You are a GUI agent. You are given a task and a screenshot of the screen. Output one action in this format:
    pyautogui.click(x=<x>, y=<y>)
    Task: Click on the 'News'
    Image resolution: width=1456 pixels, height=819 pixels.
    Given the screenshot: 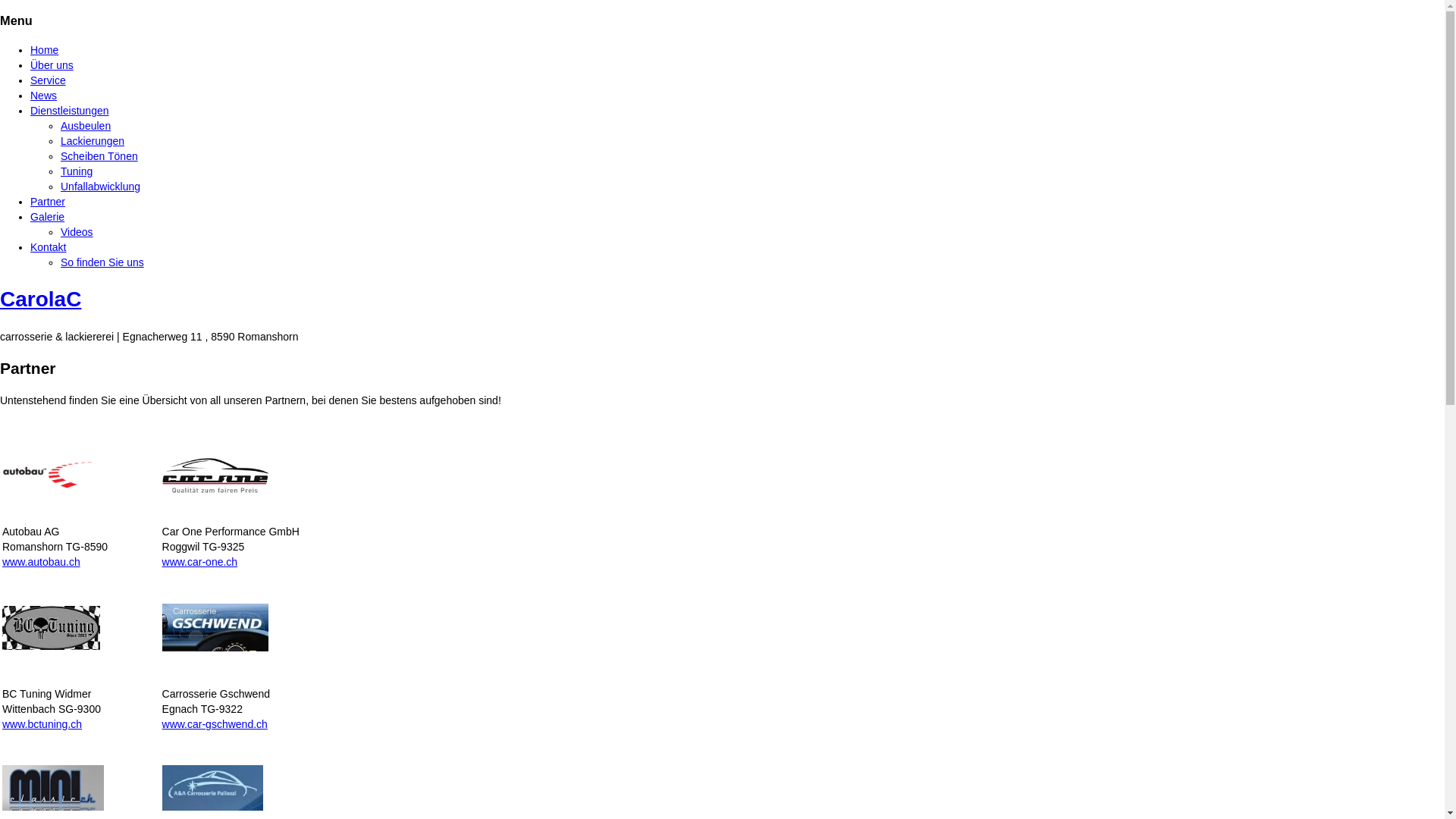 What is the action you would take?
    pyautogui.click(x=43, y=96)
    